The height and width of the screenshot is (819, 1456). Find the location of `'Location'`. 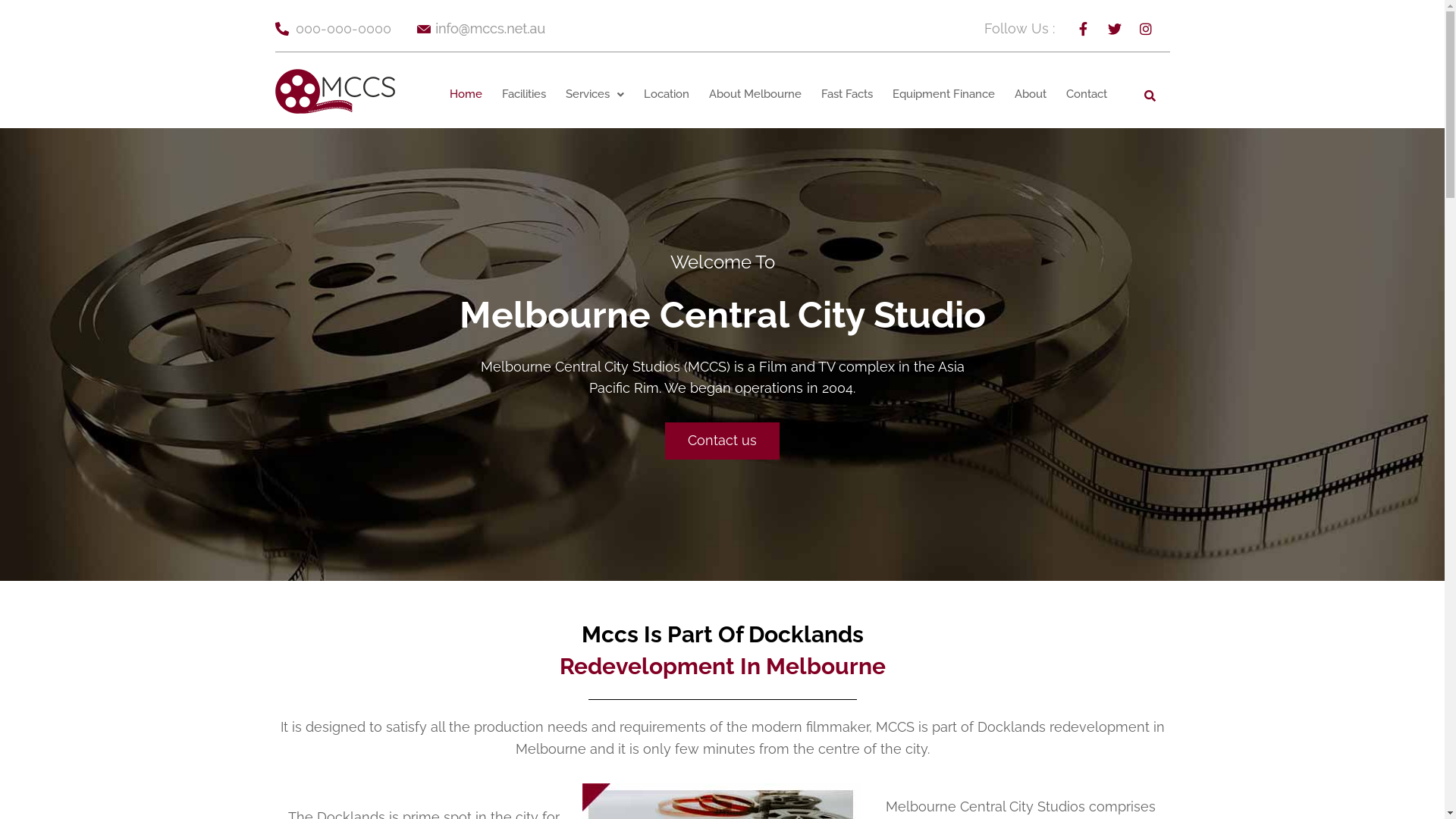

'Location' is located at coordinates (666, 94).